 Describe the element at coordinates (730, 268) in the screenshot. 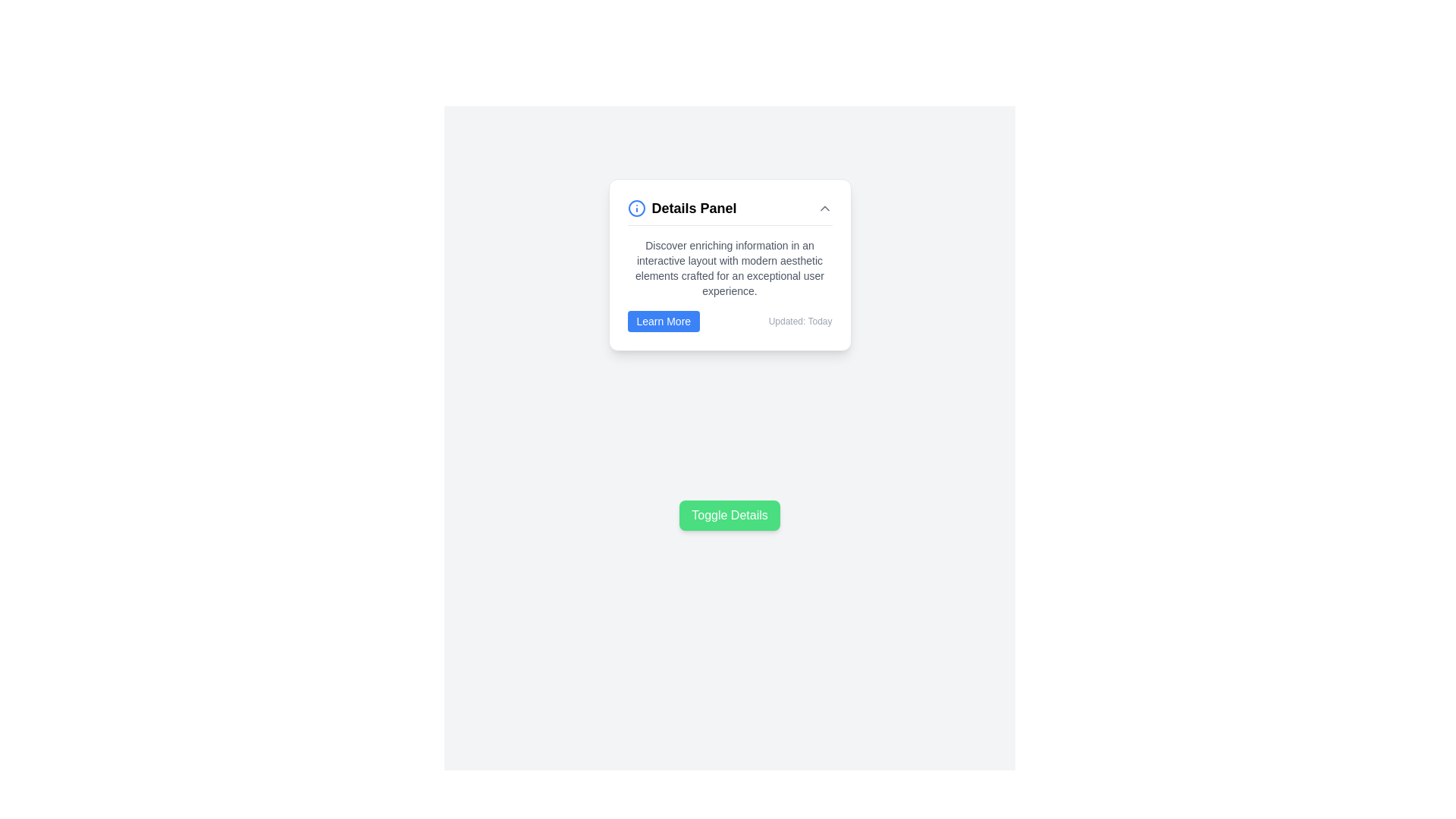

I see `the descriptive text element within the 'Details Panel' that provides information about features and design principles` at that location.